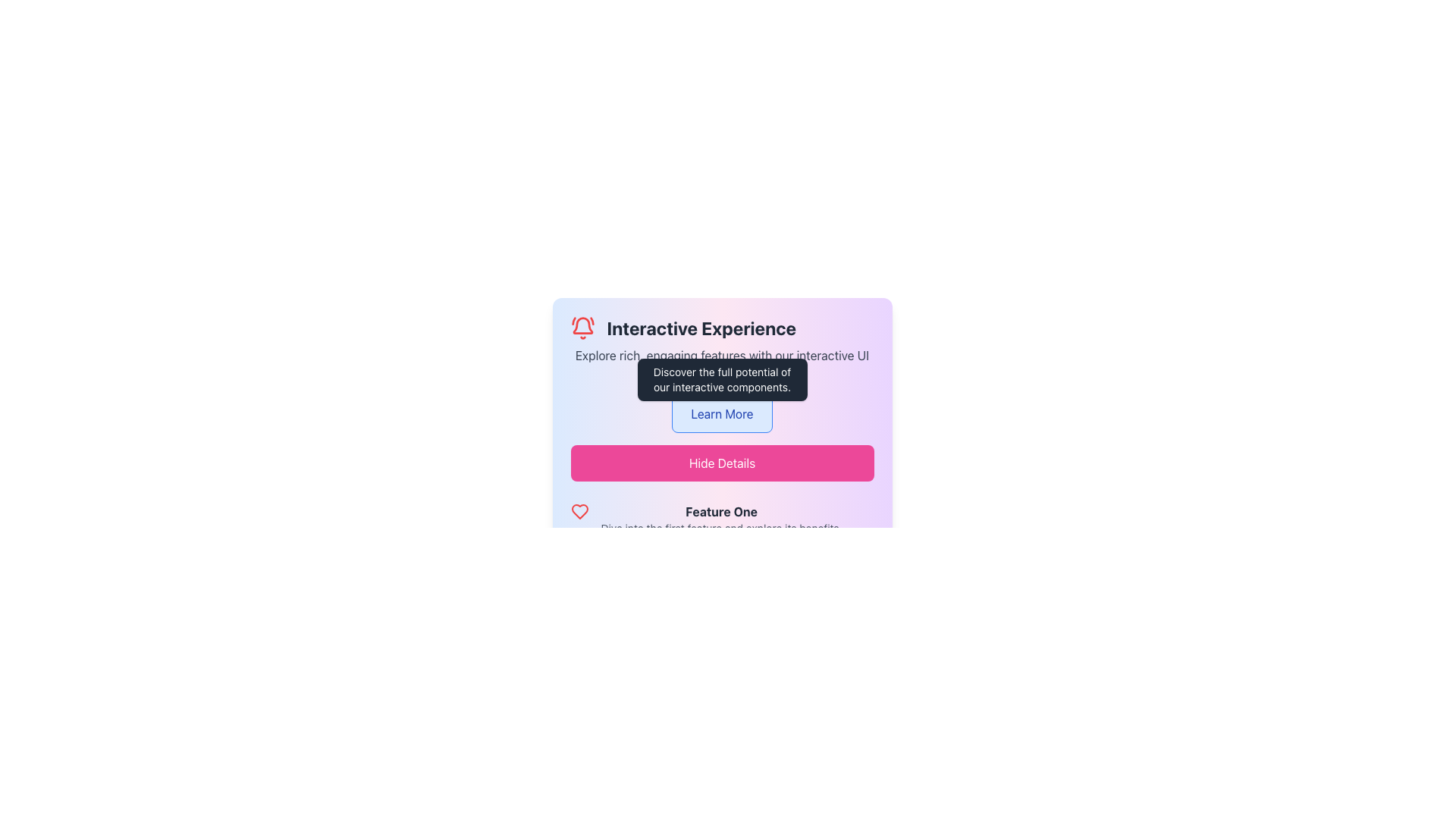 Image resolution: width=1456 pixels, height=819 pixels. I want to click on the notification icon located at the top-left of the 'Interactive Experience' section, which serves as a visual indicator for alerts relevant to that feature, so click(582, 327).